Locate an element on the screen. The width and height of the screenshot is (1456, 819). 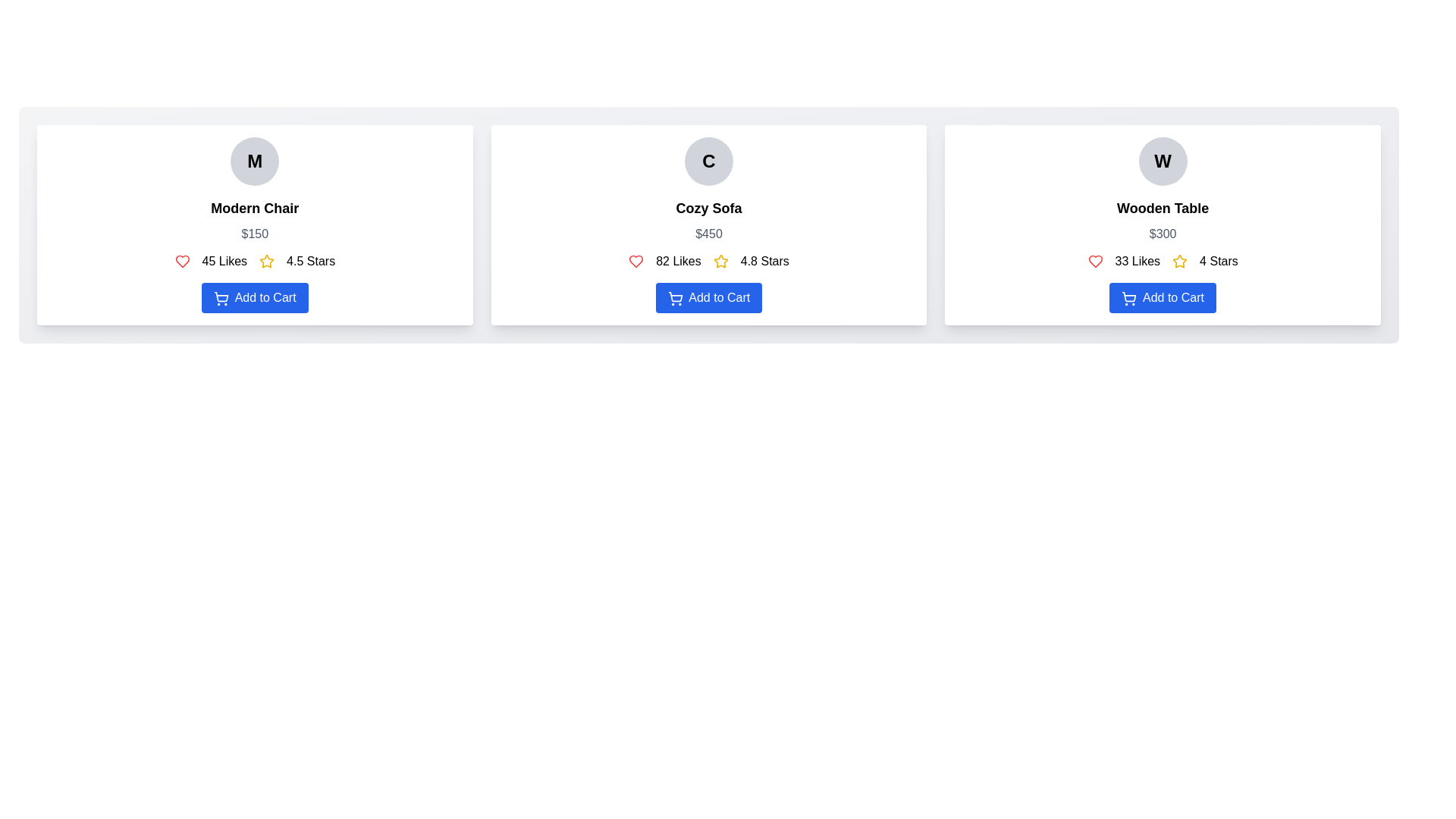
the yellow star icon with rounded edges and a bold outline, located between the '45 Likes' text and '4.5 Stars' text in the product details for 'Modern Chair' is located at coordinates (267, 260).